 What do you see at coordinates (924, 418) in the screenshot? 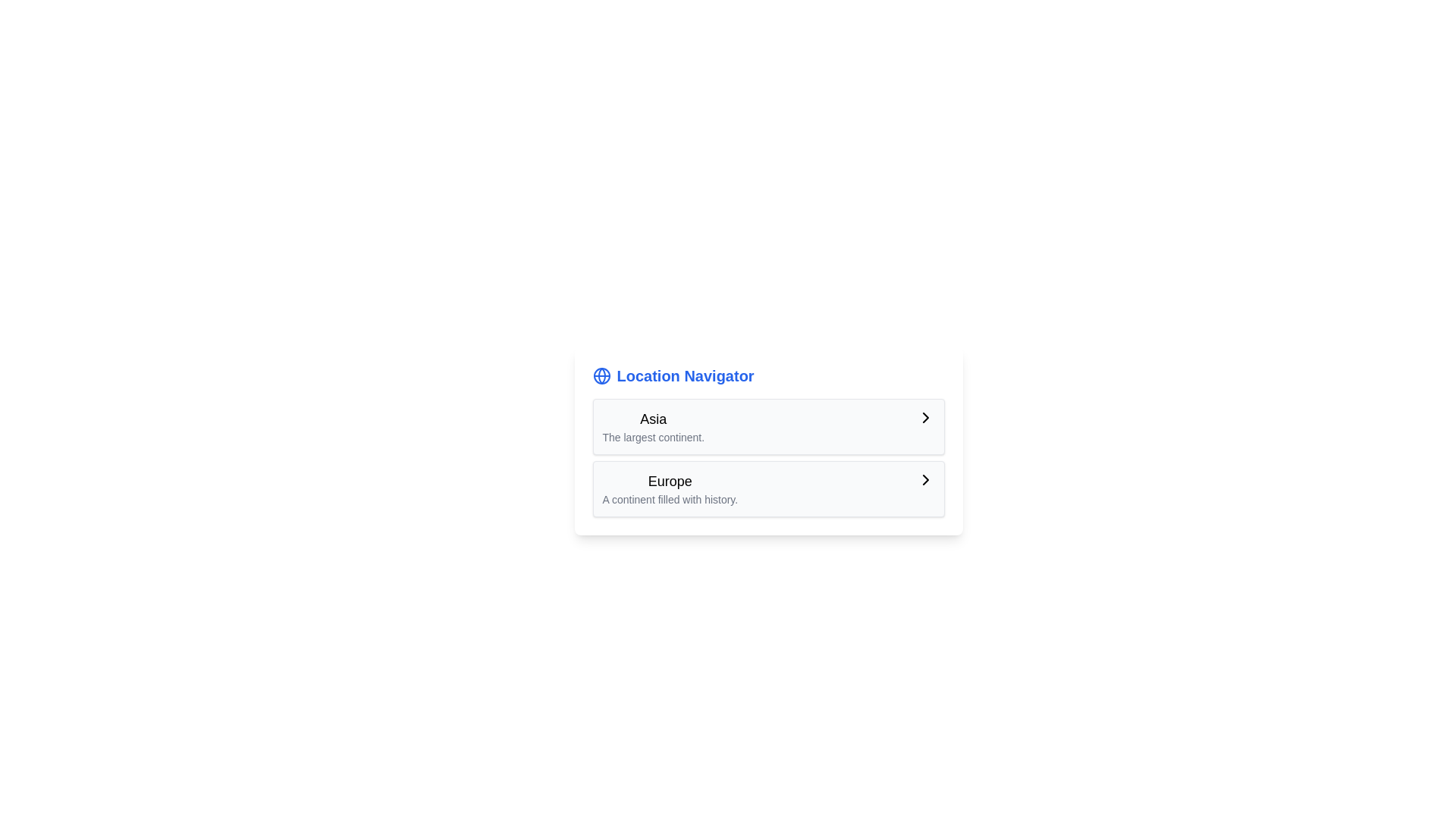
I see `the right-facing chevron arrow icon located within the 'Asia' card` at bounding box center [924, 418].